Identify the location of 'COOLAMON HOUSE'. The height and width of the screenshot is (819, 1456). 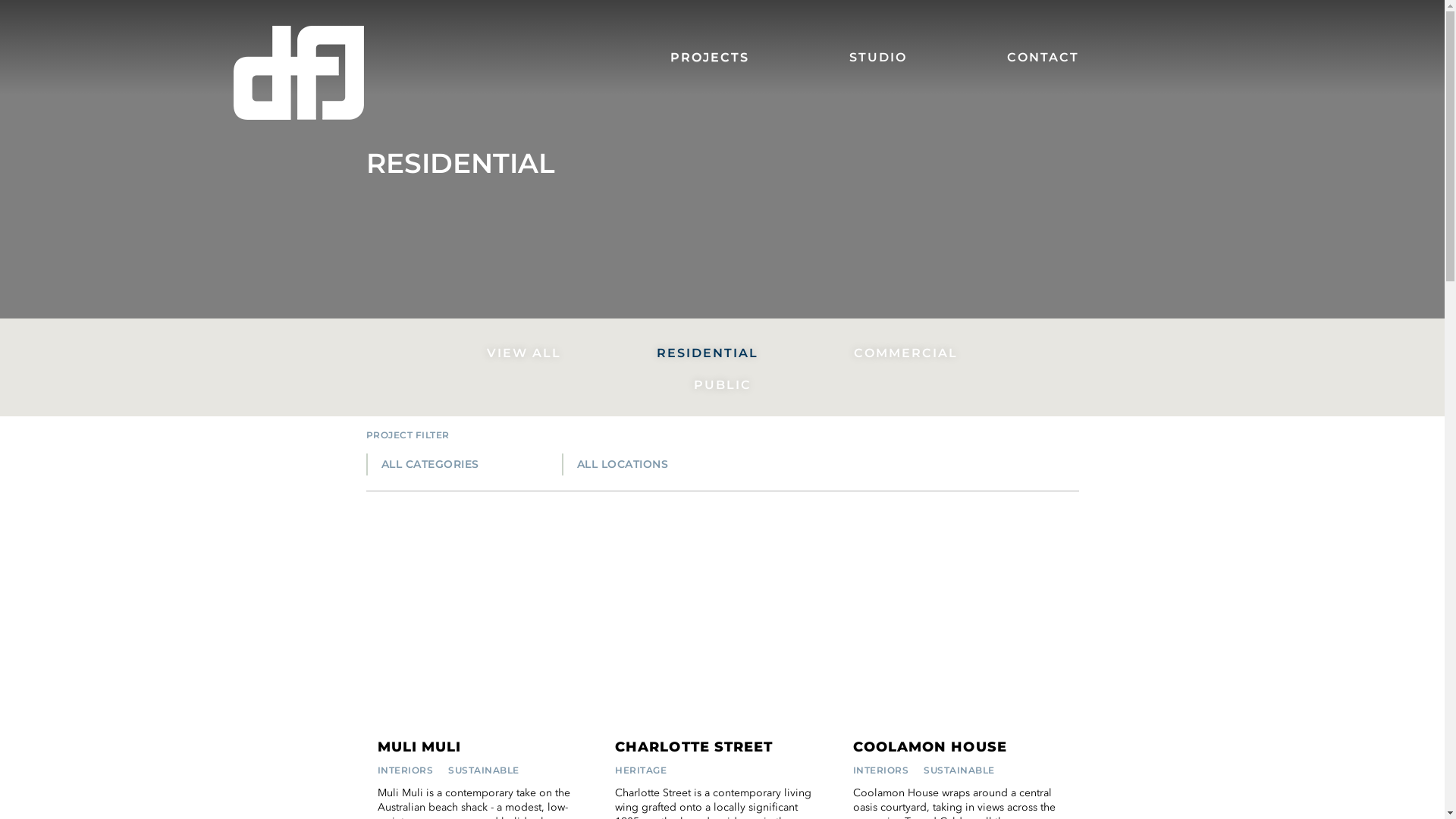
(929, 746).